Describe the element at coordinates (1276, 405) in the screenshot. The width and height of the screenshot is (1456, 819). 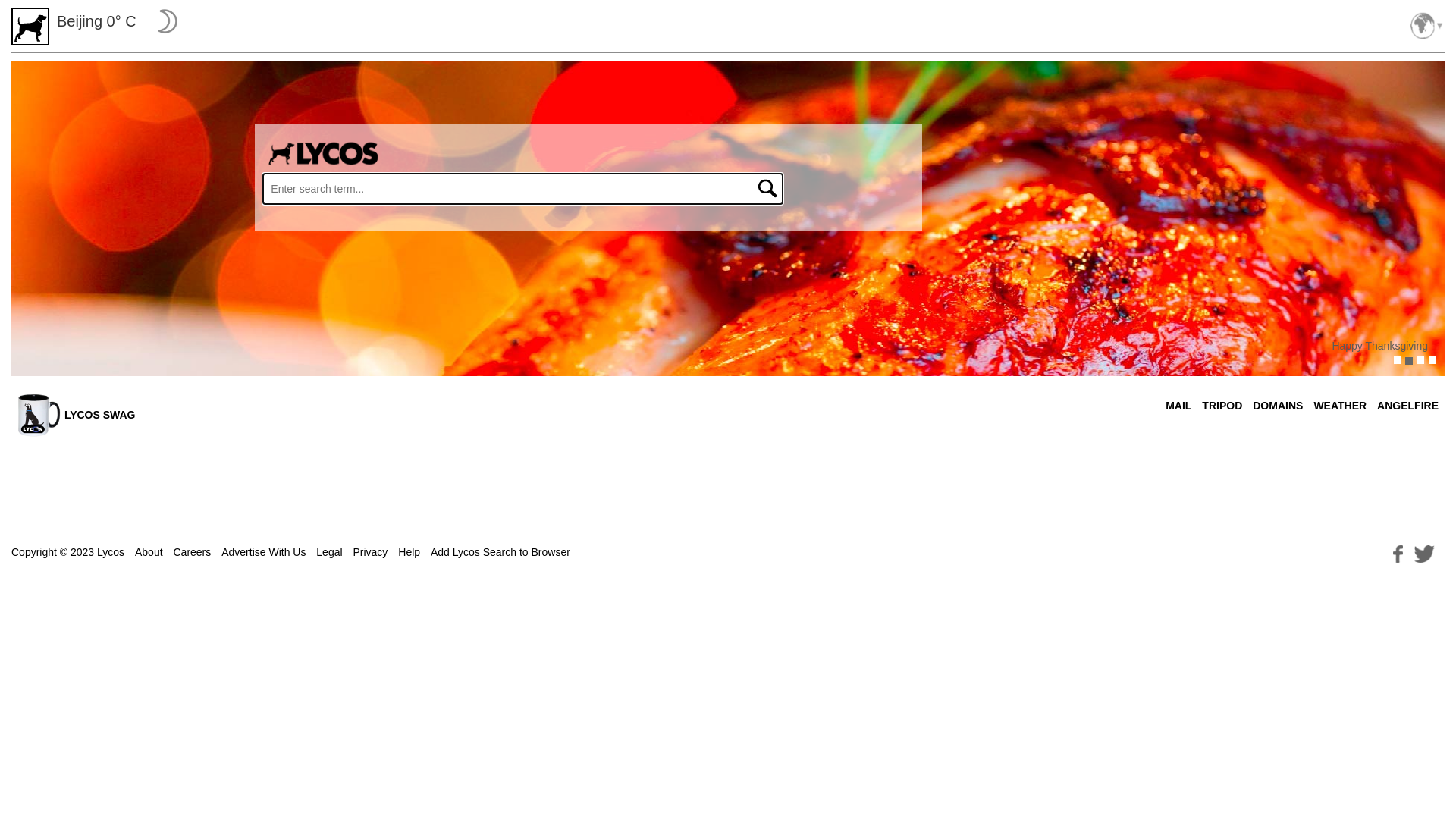
I see `'DOMAINS'` at that location.